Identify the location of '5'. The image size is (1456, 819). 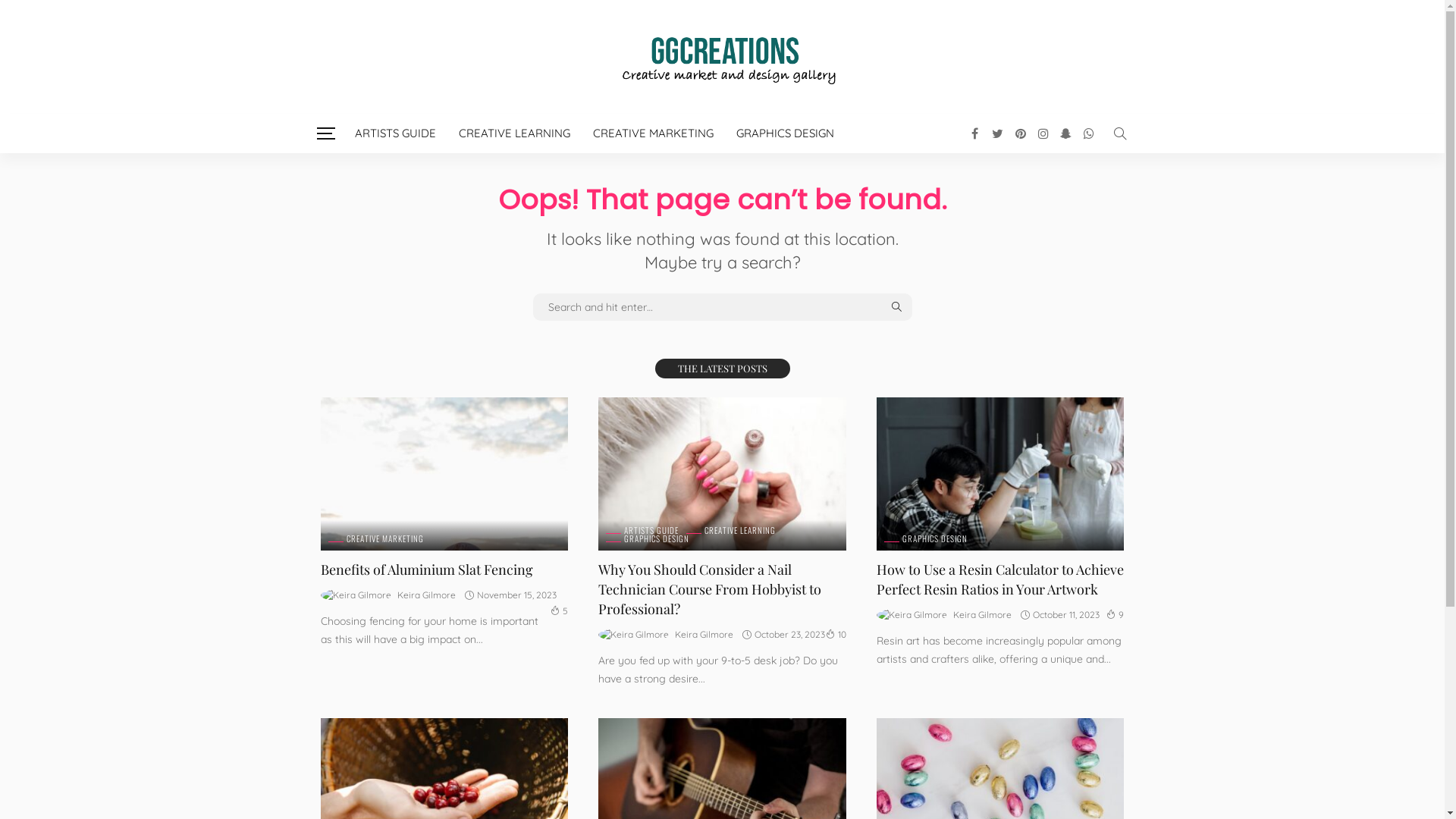
(558, 610).